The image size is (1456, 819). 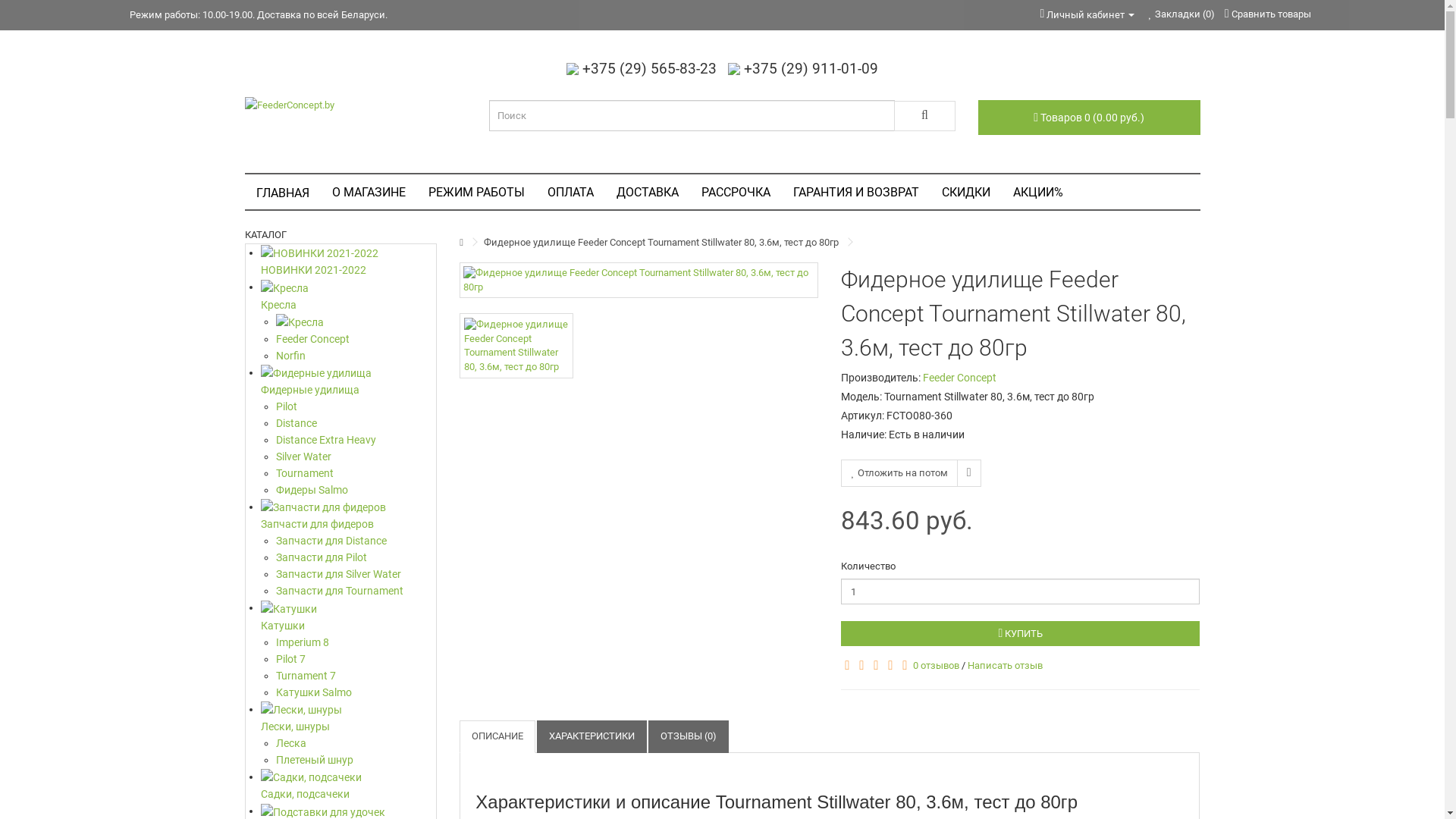 What do you see at coordinates (356, 423) in the screenshot?
I see `'Distance'` at bounding box center [356, 423].